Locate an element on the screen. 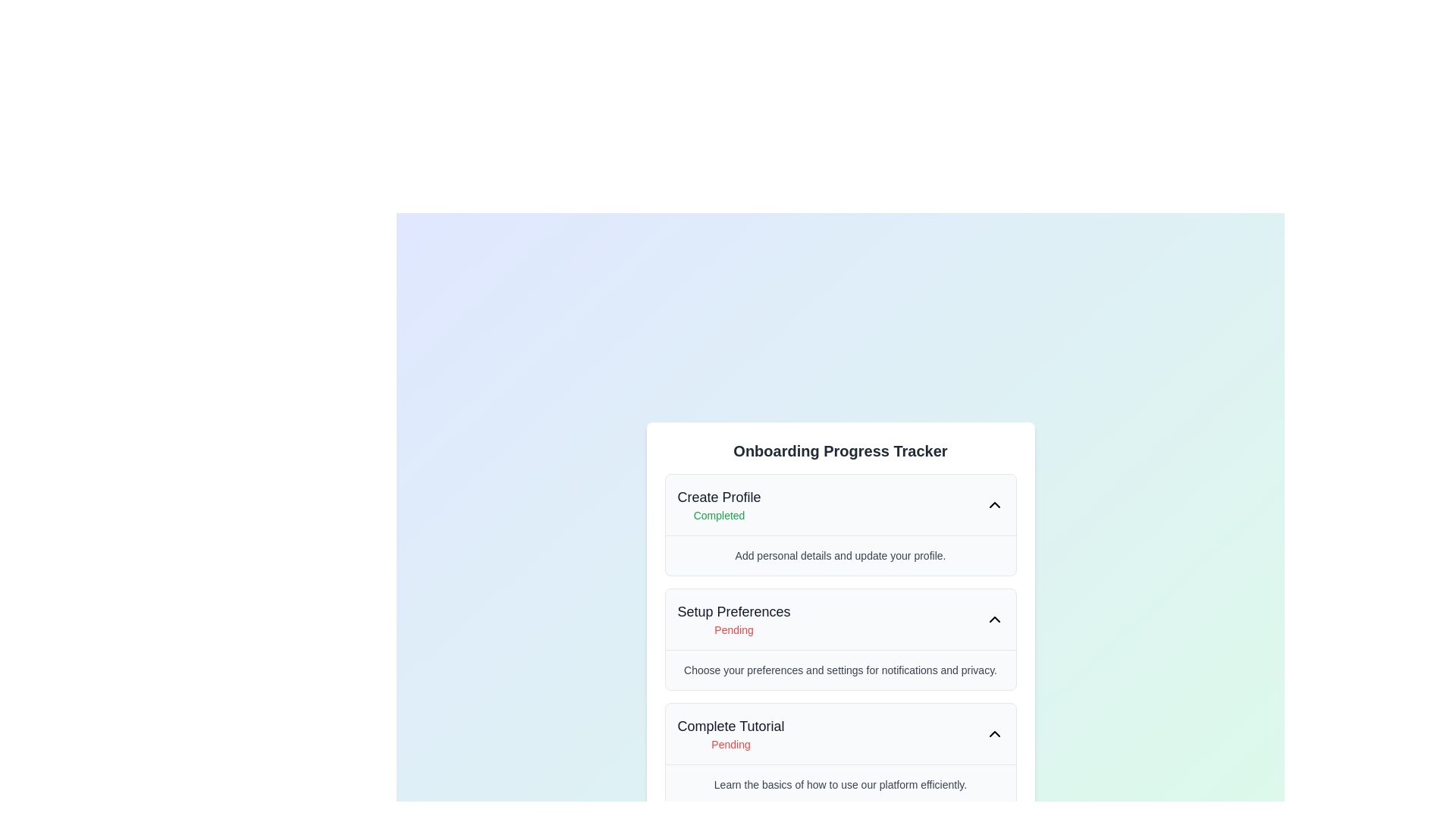 This screenshot has width=1456, height=819. text of the status indicator label for the 'Setup Preferences' section, which indicates that the setup is pending is located at coordinates (734, 629).